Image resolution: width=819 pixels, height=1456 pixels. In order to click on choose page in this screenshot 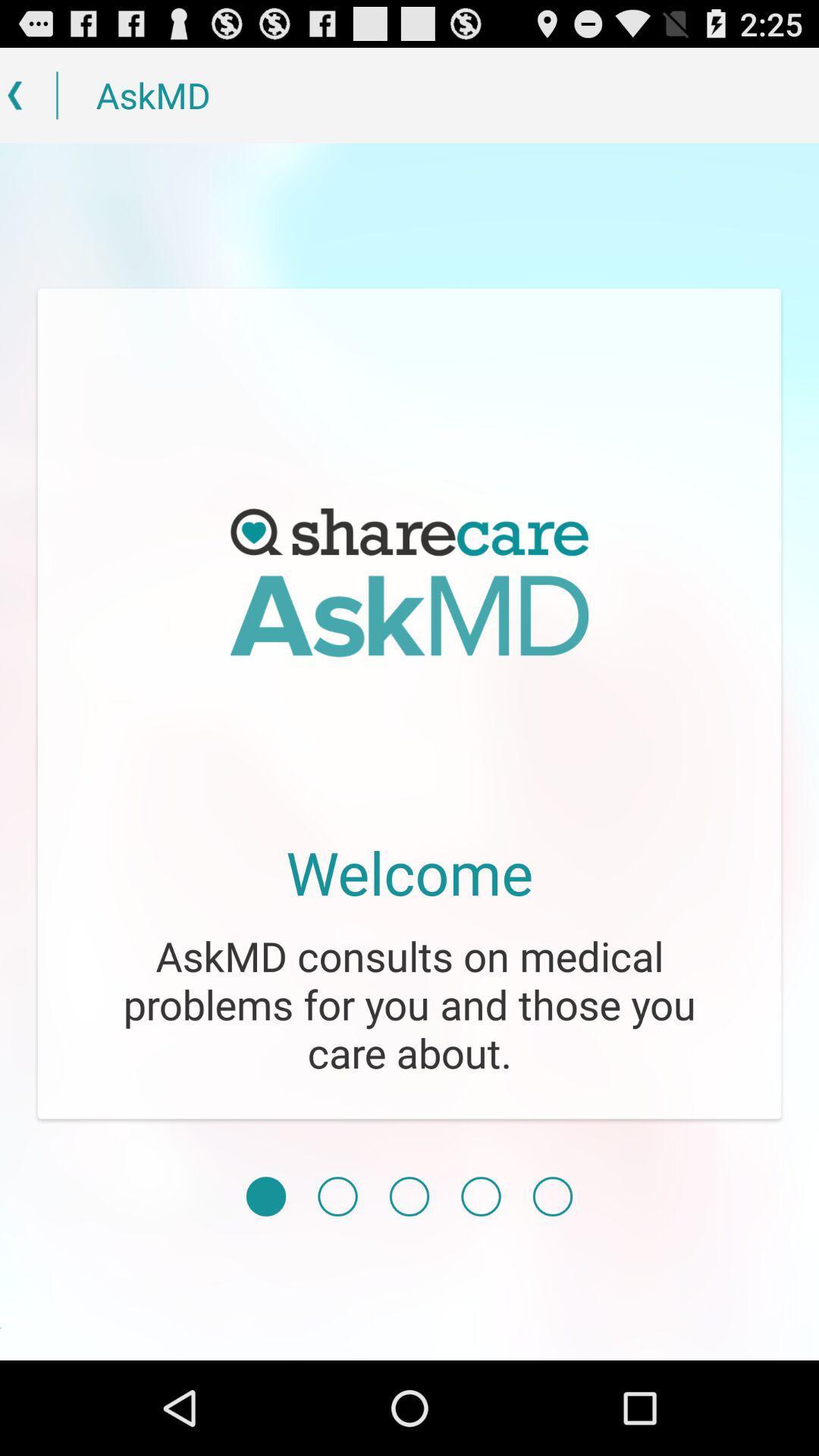, I will do `click(409, 1196)`.